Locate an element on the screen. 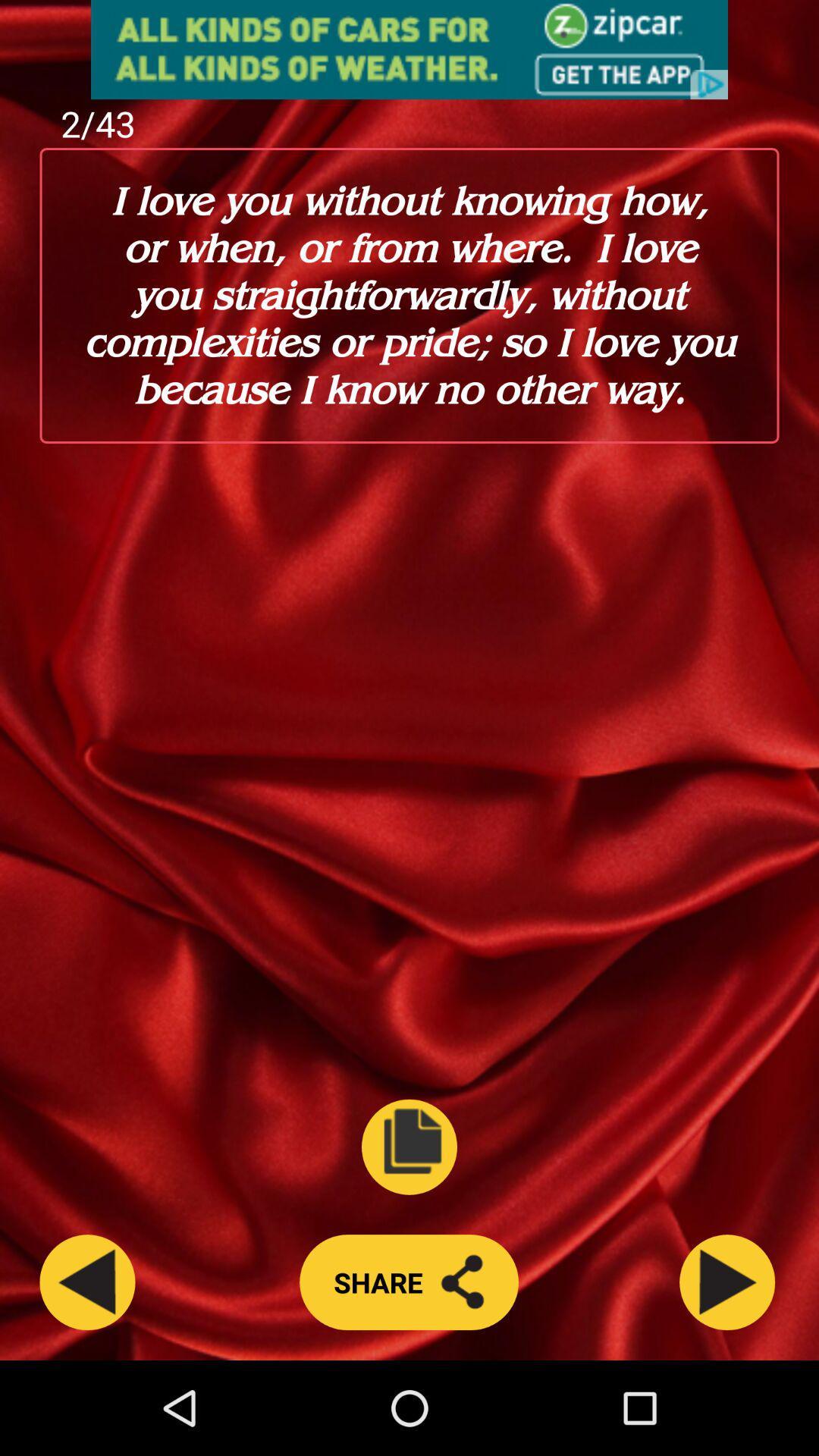 The image size is (819, 1456). next is located at coordinates (726, 1282).